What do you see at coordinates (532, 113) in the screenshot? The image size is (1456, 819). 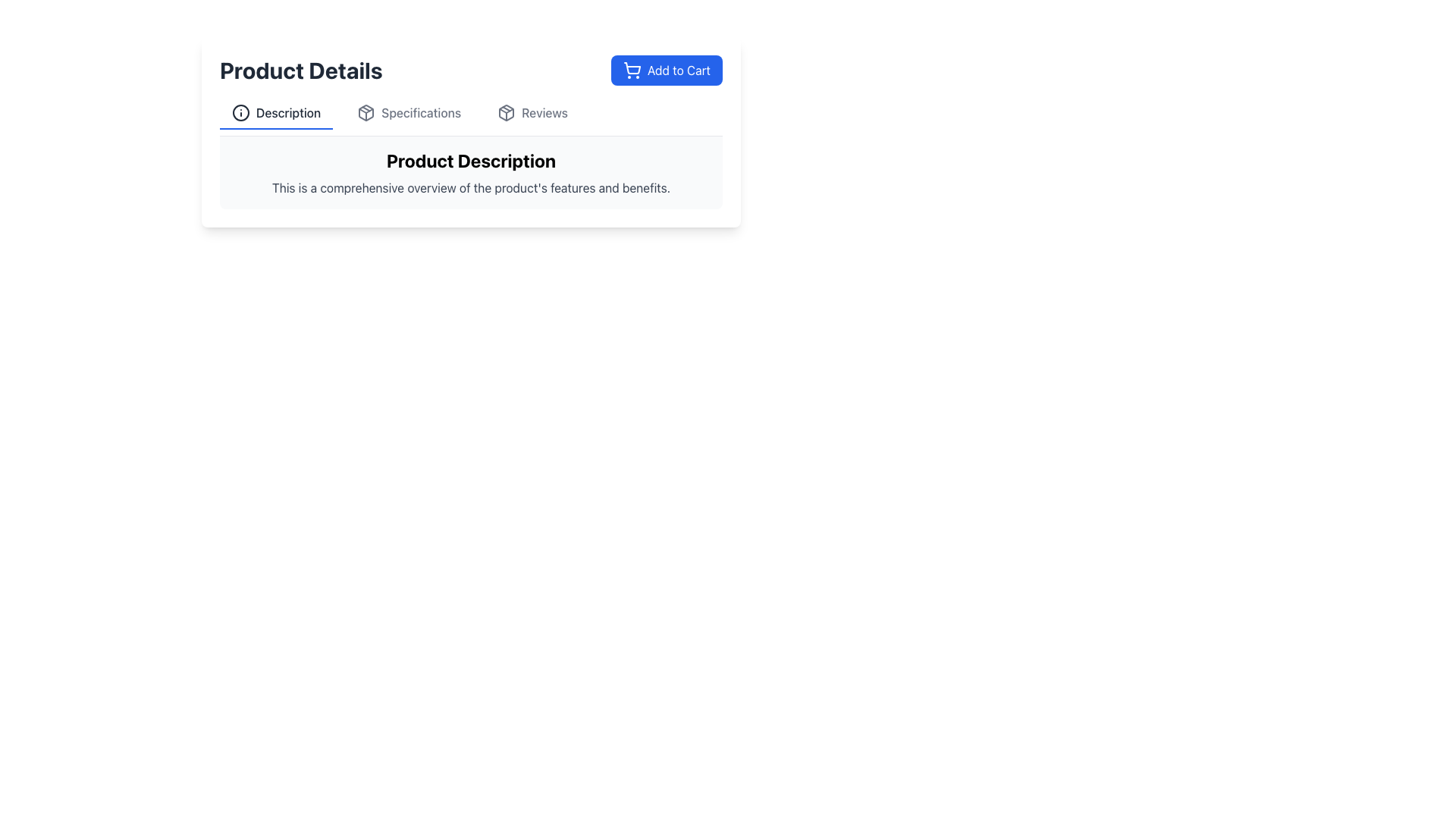 I see `the 'Reviews' tab, which has a package box icon and is the third tab from the left in the horizontal tab row under 'Product Details', to switch to the 'Reviews' section` at bounding box center [532, 113].